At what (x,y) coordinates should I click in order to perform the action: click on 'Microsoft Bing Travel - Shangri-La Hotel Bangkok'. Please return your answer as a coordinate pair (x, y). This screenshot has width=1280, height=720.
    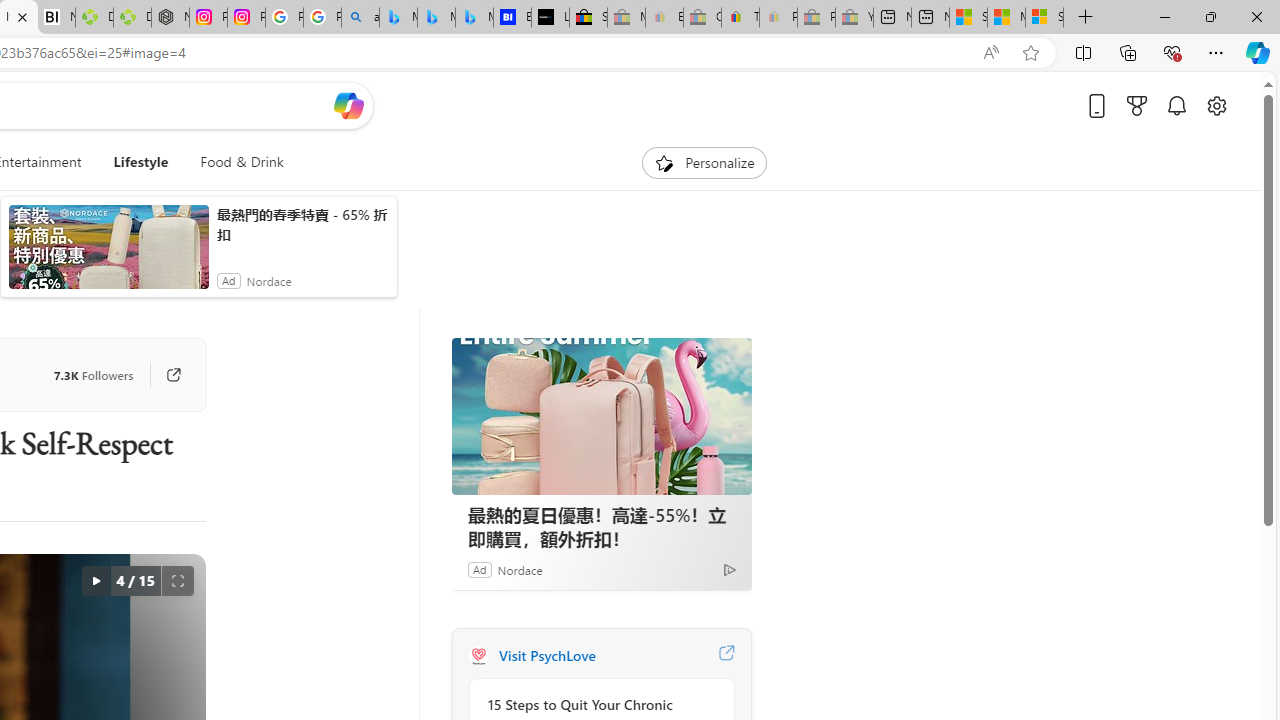
    Looking at the image, I should click on (473, 17).